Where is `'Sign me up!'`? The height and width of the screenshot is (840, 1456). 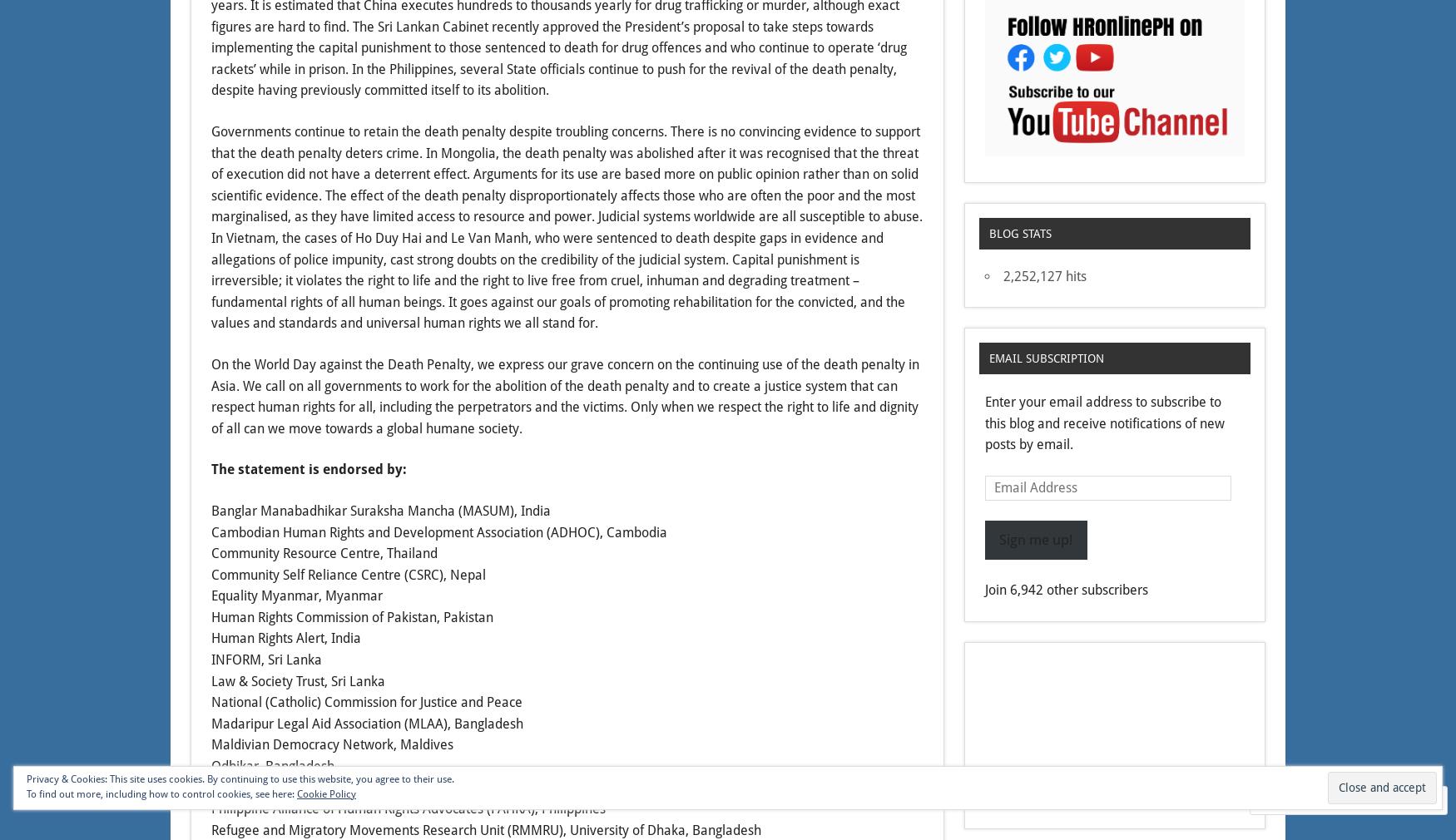
'Sign me up!' is located at coordinates (999, 538).